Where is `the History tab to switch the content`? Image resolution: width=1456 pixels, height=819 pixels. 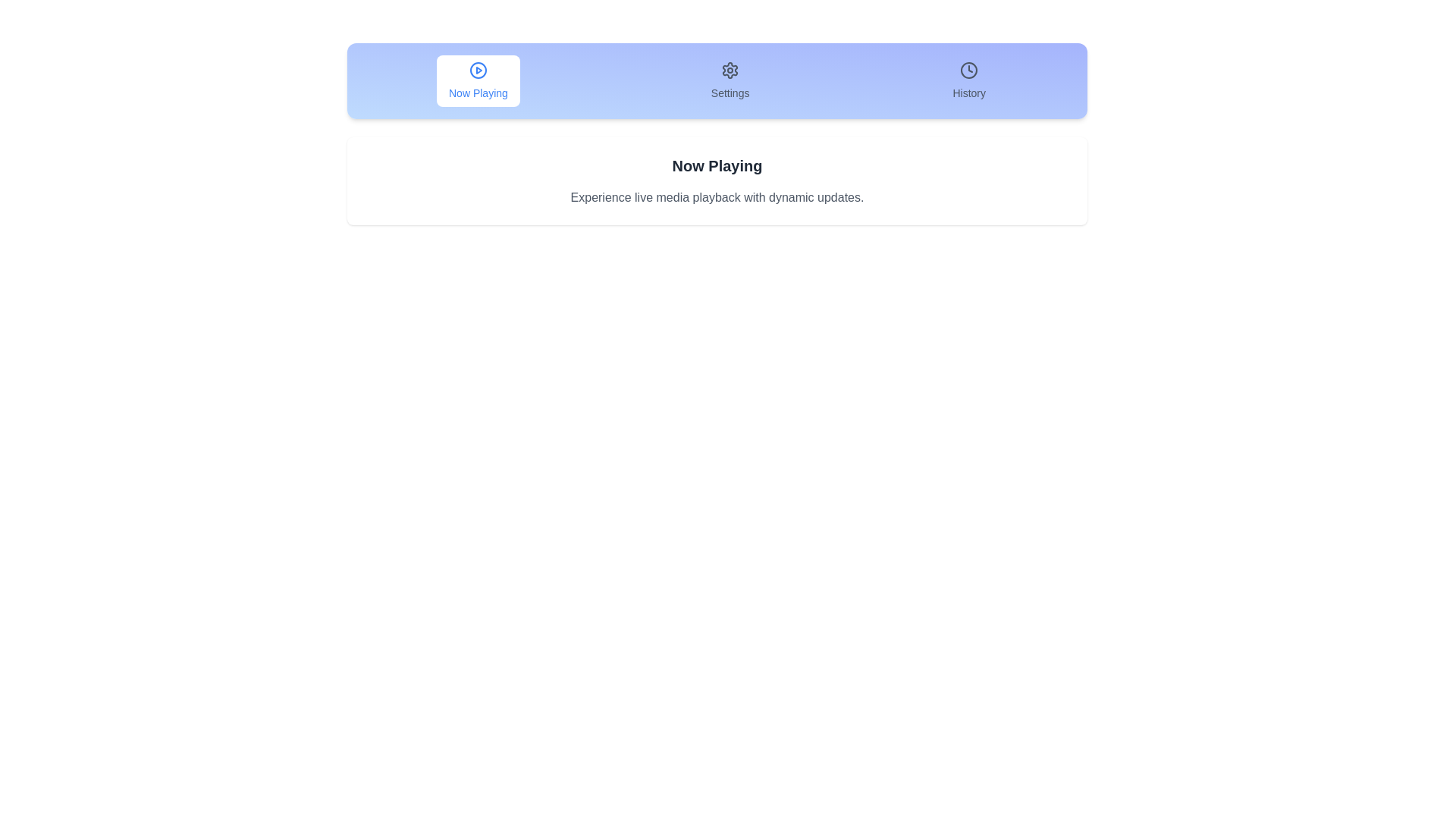 the History tab to switch the content is located at coordinates (968, 81).